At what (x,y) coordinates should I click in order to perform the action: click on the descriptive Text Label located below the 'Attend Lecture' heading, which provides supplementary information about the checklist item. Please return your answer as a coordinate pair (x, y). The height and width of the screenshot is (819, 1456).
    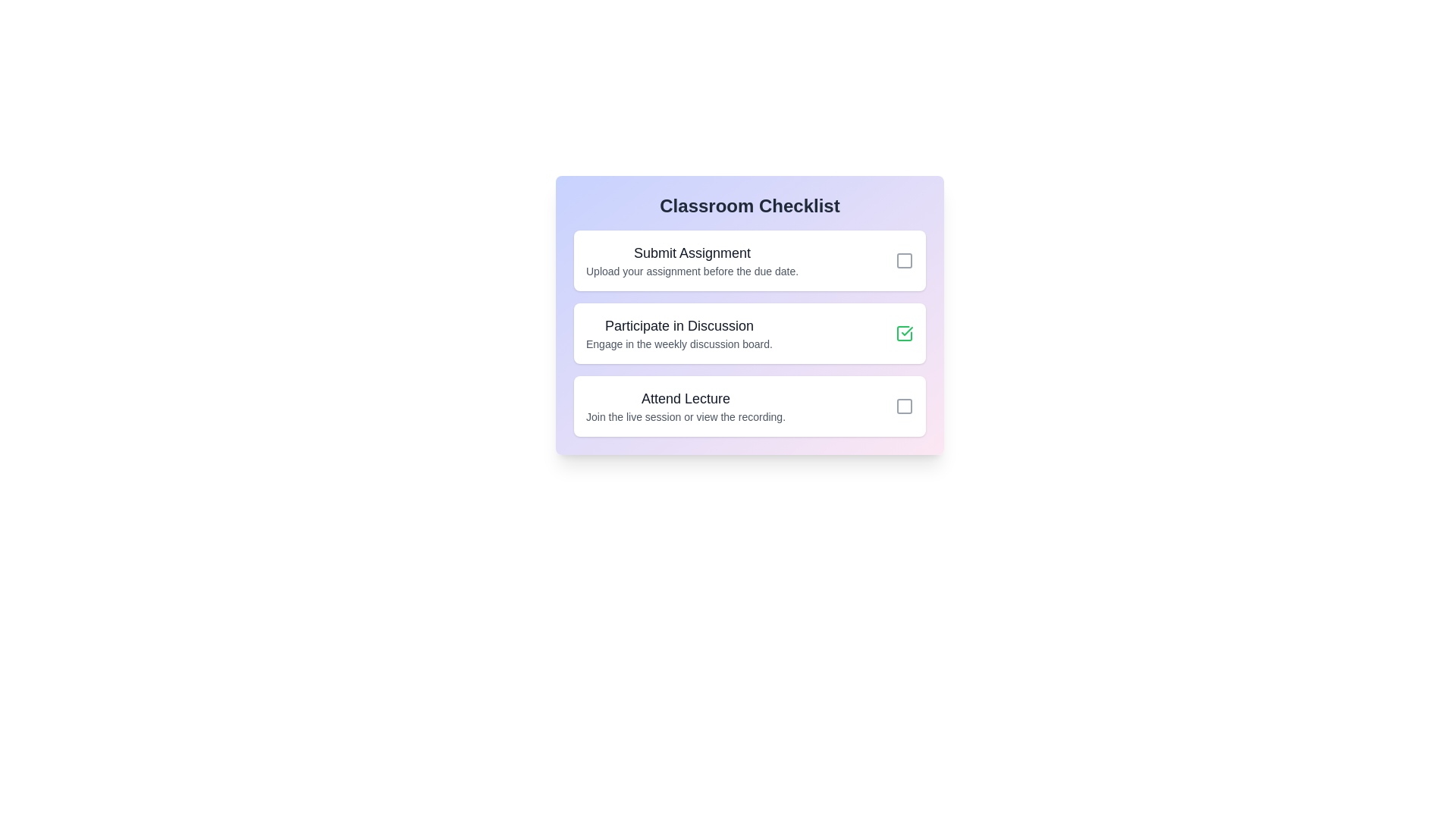
    Looking at the image, I should click on (685, 417).